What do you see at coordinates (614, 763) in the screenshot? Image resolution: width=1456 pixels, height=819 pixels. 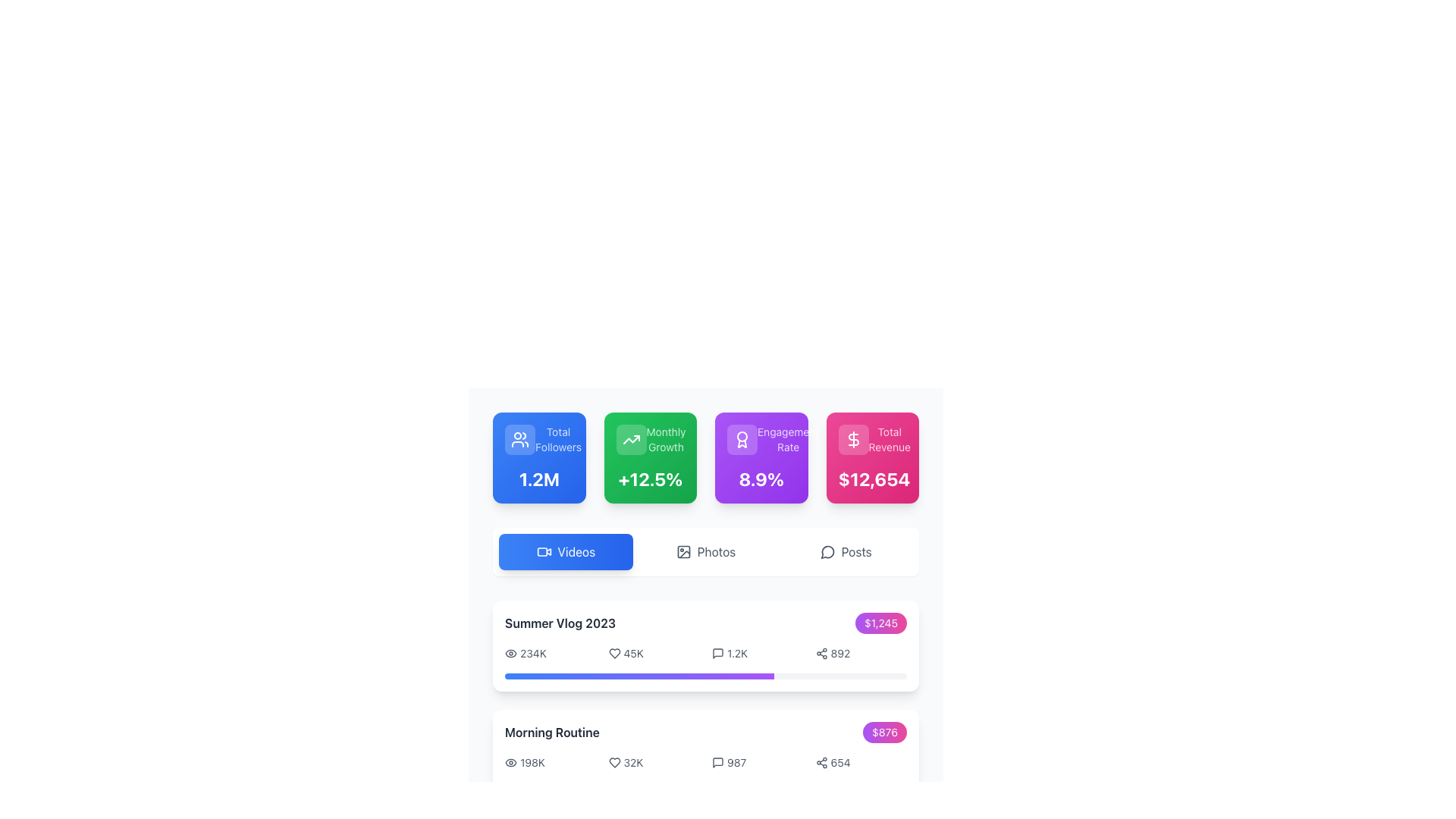 I see `the heart-shaped icon with a dark-grey outline located to the left of the numerical text '32K' in the 'Morning Routine' section to indicate a 'like' or 'favorite'` at bounding box center [614, 763].